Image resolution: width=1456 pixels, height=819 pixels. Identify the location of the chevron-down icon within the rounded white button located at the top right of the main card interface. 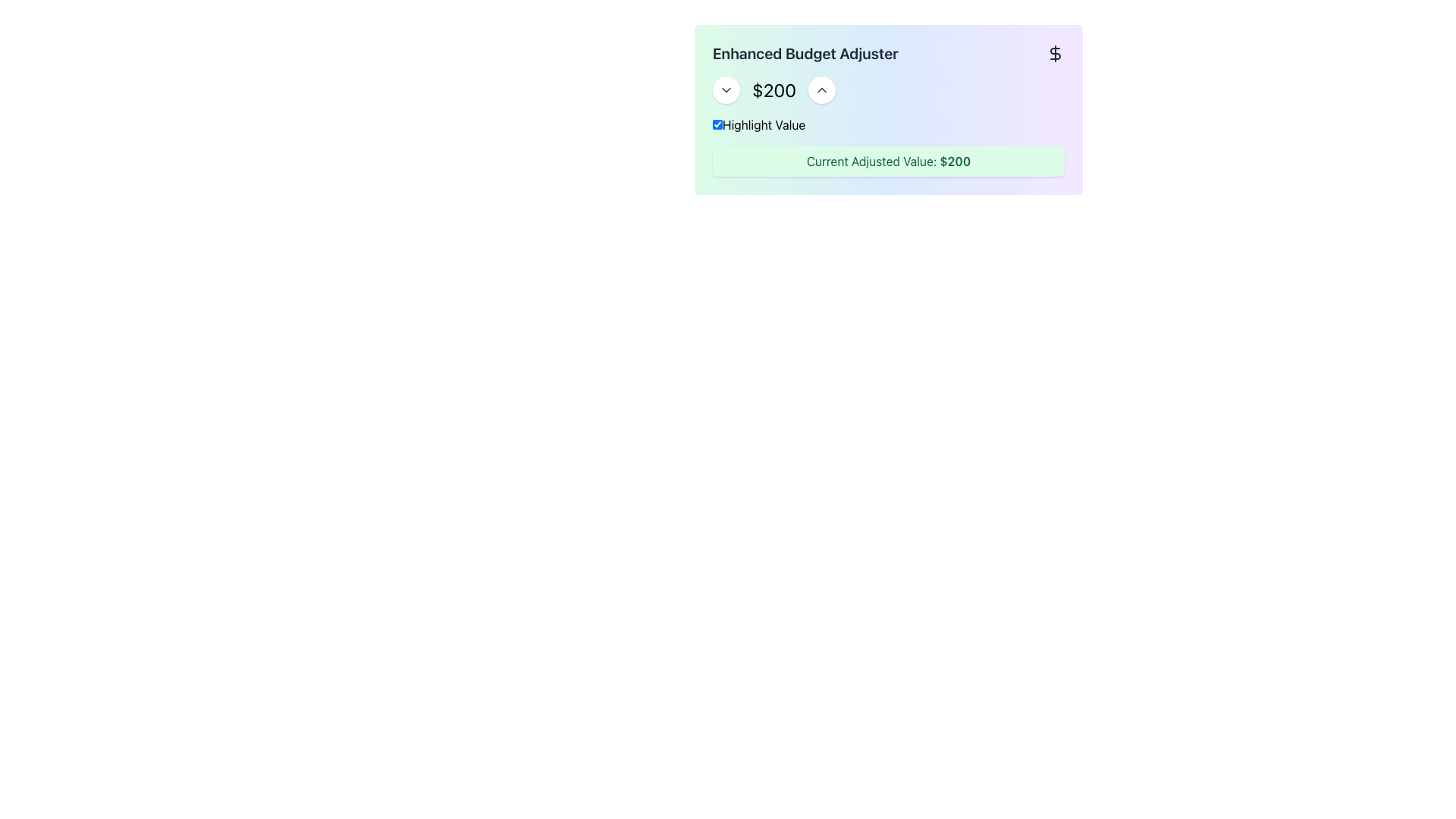
(726, 90).